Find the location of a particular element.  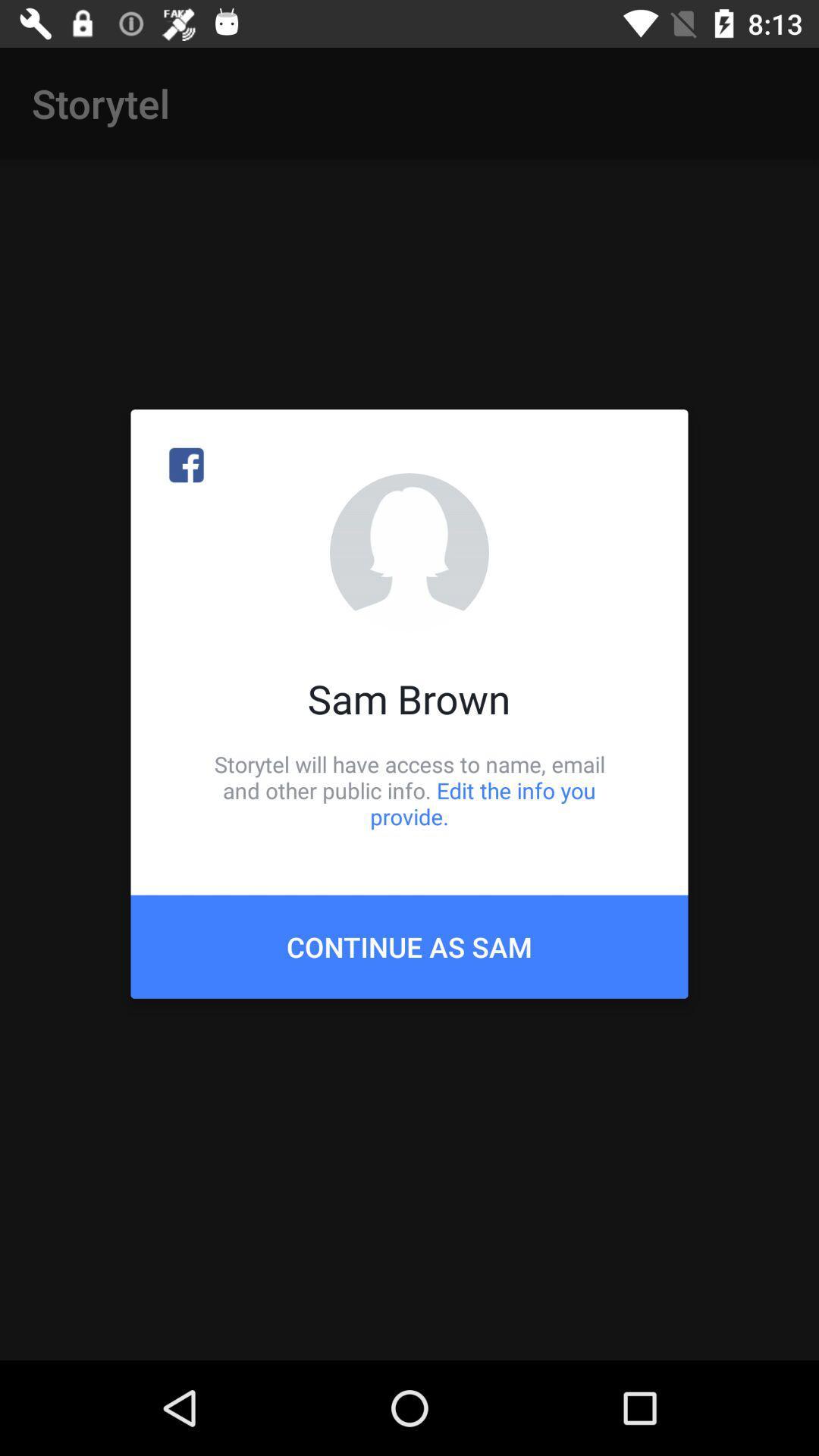

the icon below sam brown item is located at coordinates (409, 789).